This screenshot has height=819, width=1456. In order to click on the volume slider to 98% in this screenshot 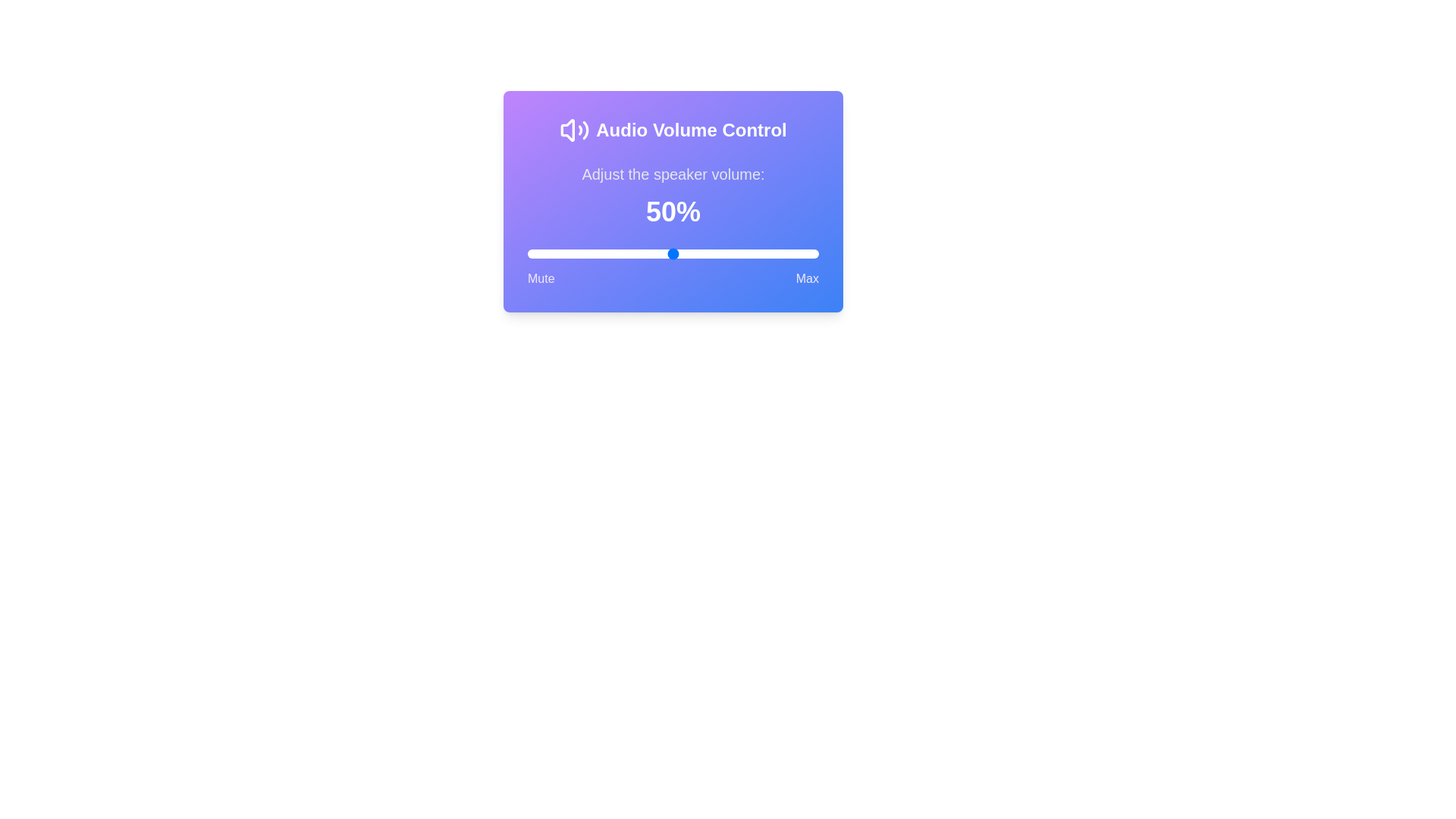, I will do `click(812, 253)`.